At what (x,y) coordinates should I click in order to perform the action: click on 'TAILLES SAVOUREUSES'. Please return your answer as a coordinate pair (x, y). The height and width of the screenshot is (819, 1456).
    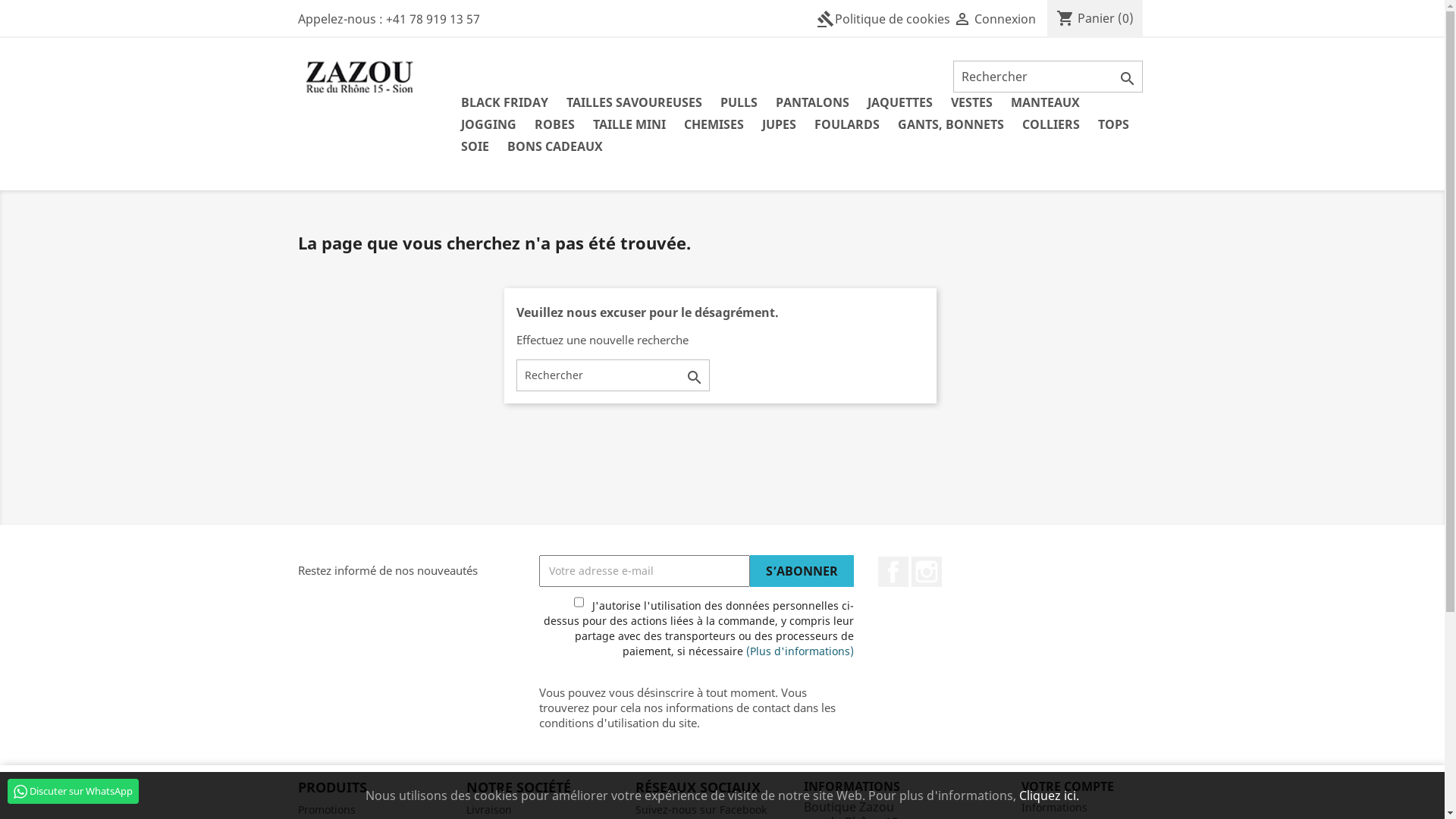
    Looking at the image, I should click on (634, 102).